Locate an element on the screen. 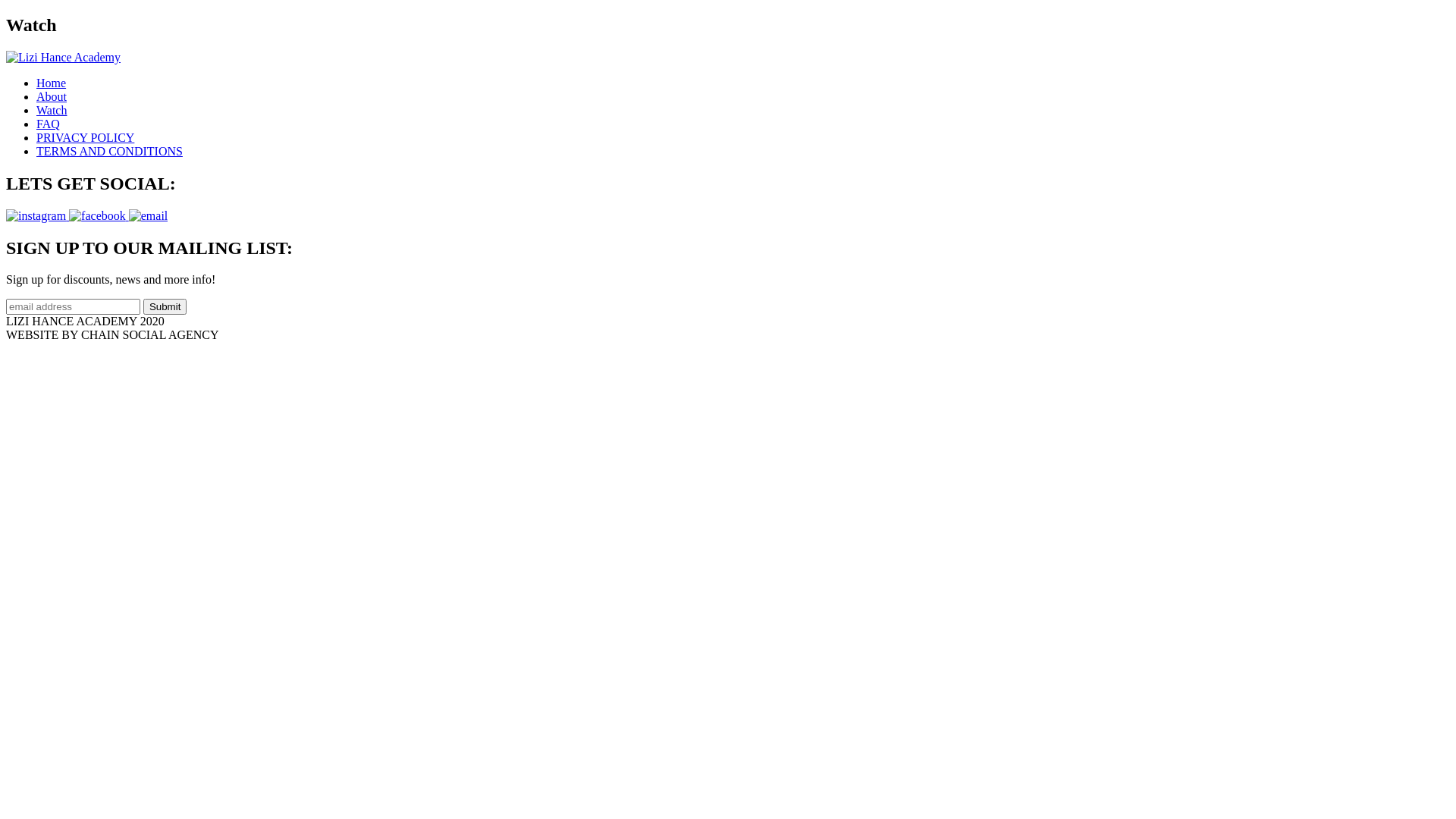  'About' is located at coordinates (51, 96).